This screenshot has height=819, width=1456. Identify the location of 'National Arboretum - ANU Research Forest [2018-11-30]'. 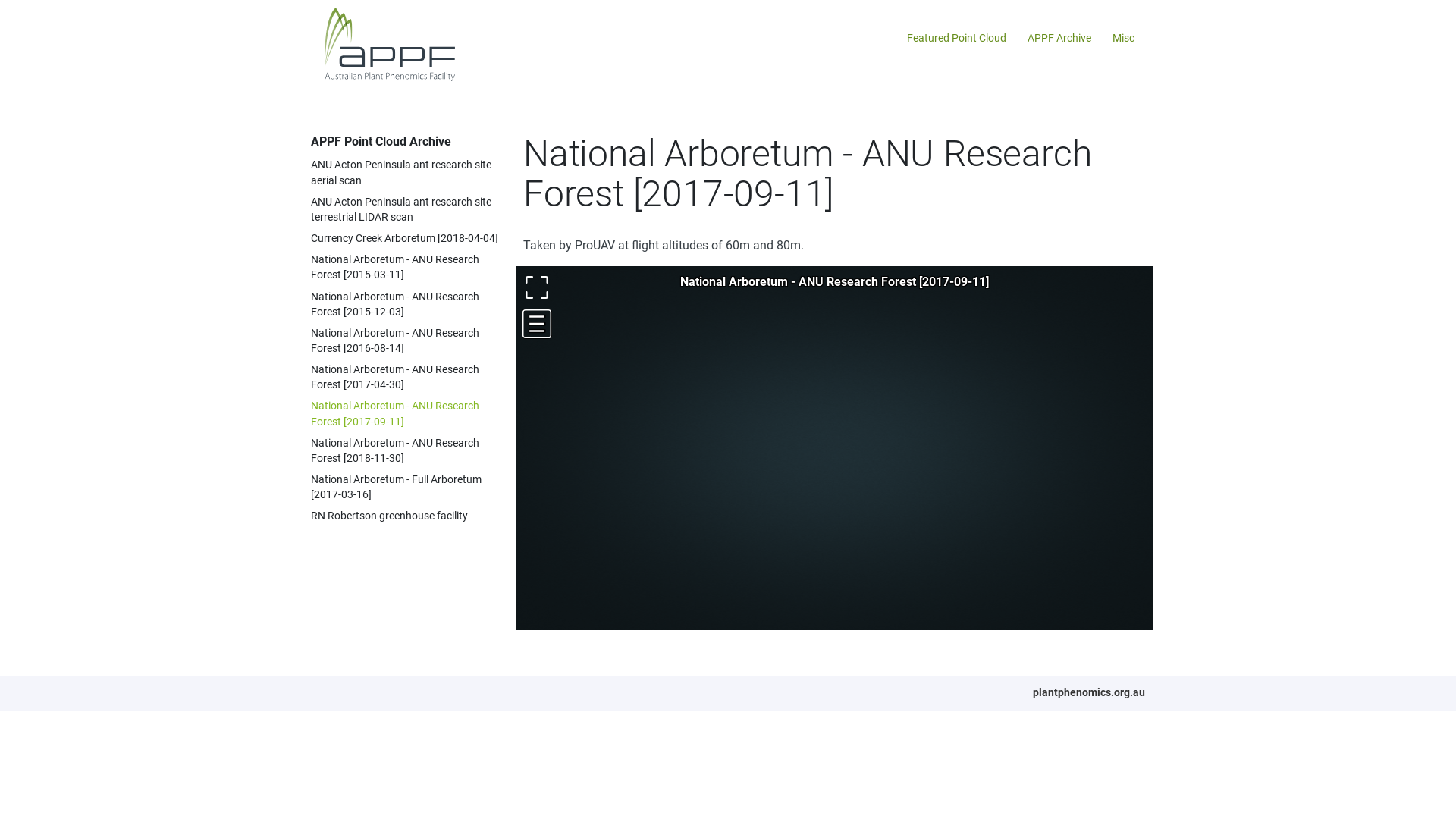
(395, 450).